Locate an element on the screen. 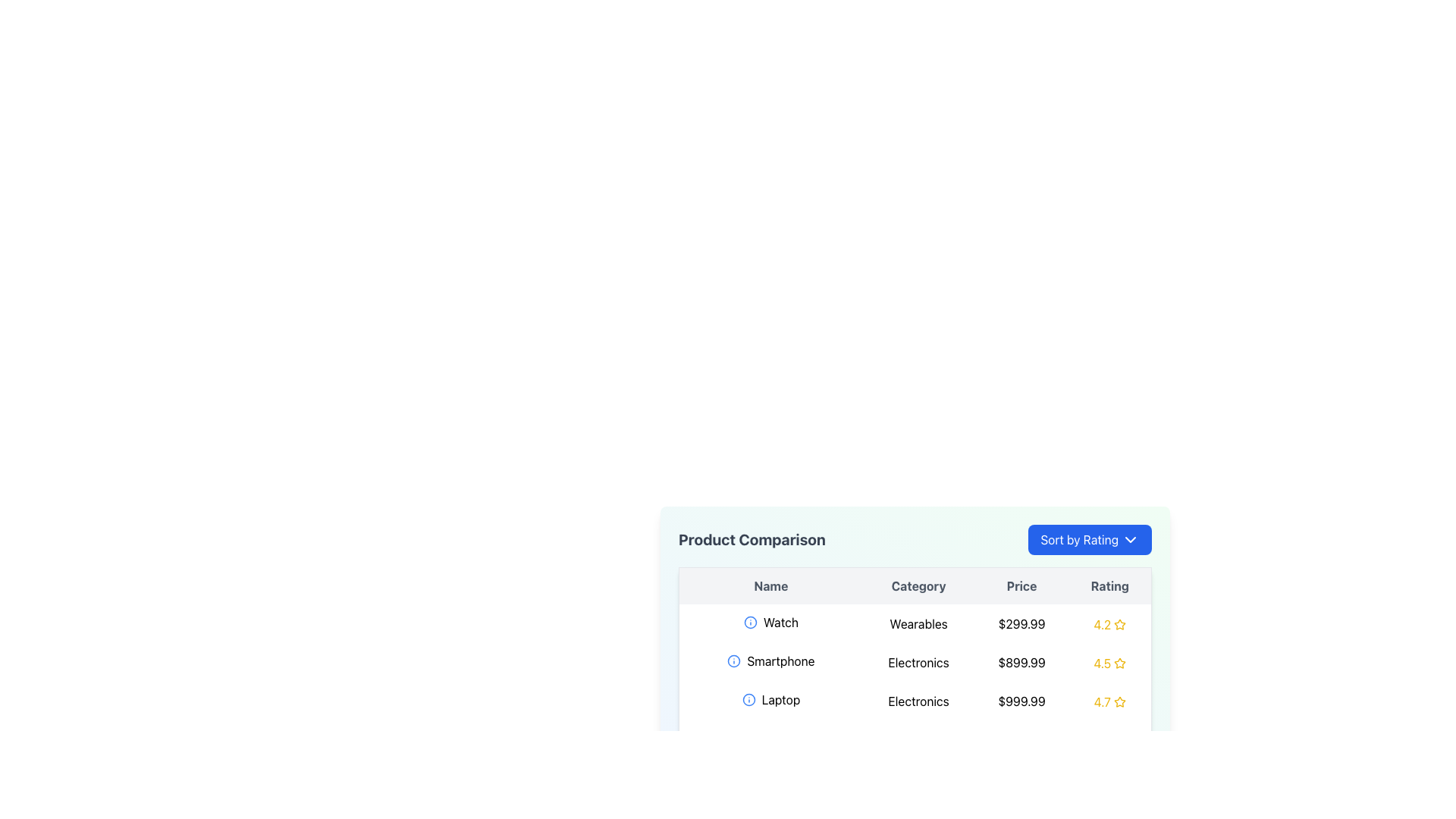 Image resolution: width=1456 pixels, height=819 pixels. text displayed in the 'Price' column for the 'Smartphone' item, located in the third row of the product comparison table is located at coordinates (1021, 661).